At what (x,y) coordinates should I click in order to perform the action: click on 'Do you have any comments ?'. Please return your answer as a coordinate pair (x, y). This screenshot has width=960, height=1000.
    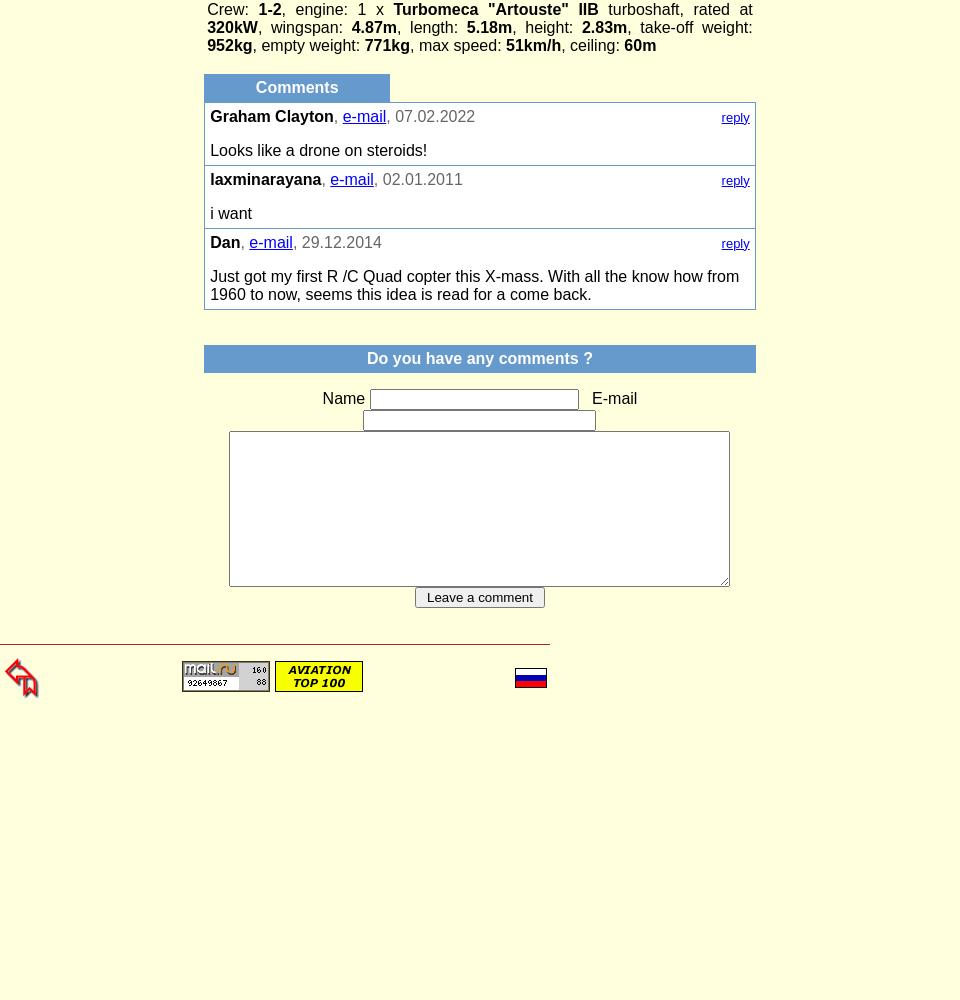
    Looking at the image, I should click on (366, 357).